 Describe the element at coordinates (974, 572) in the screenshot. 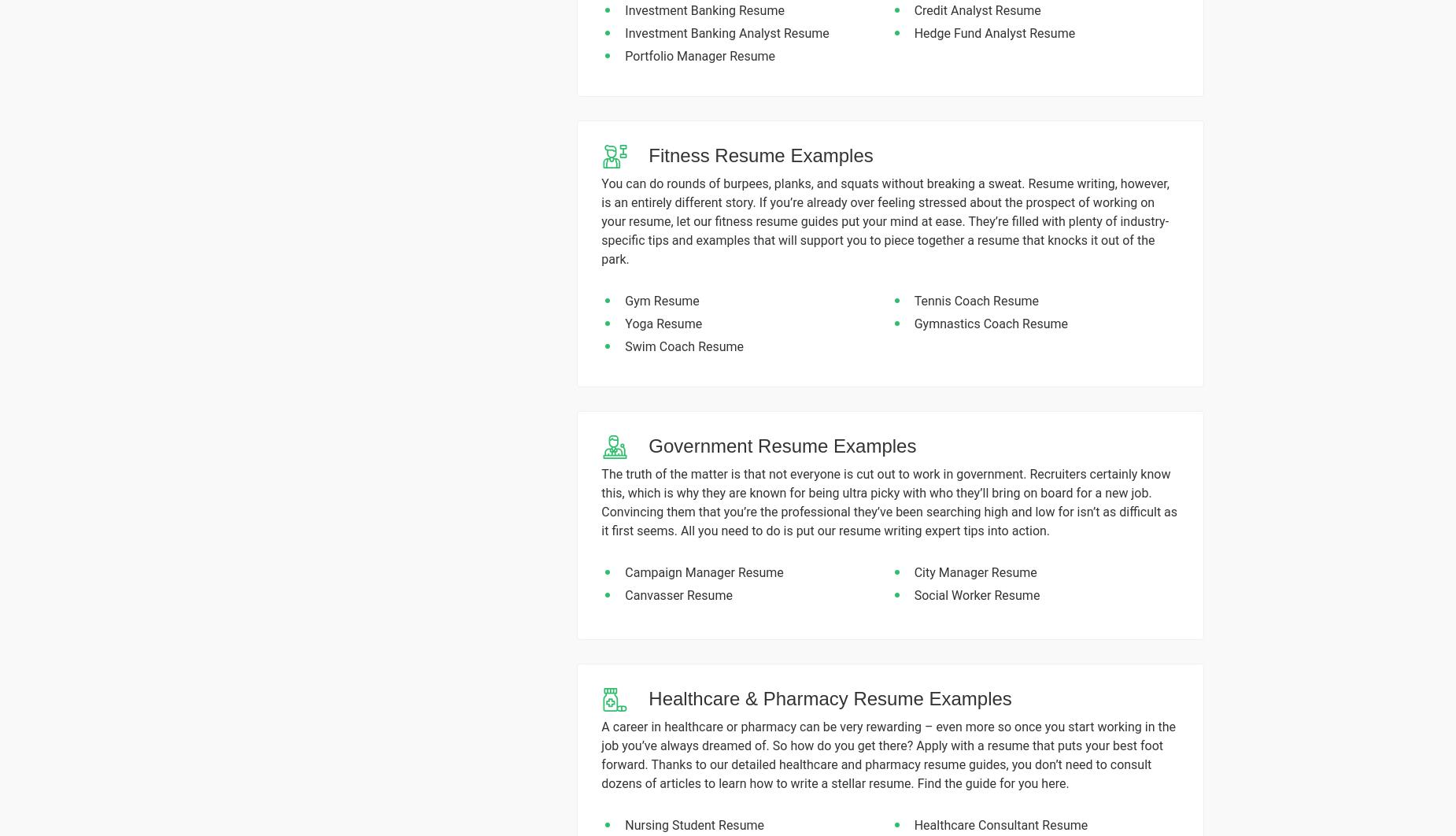

I see `'City Manager Resume'` at that location.